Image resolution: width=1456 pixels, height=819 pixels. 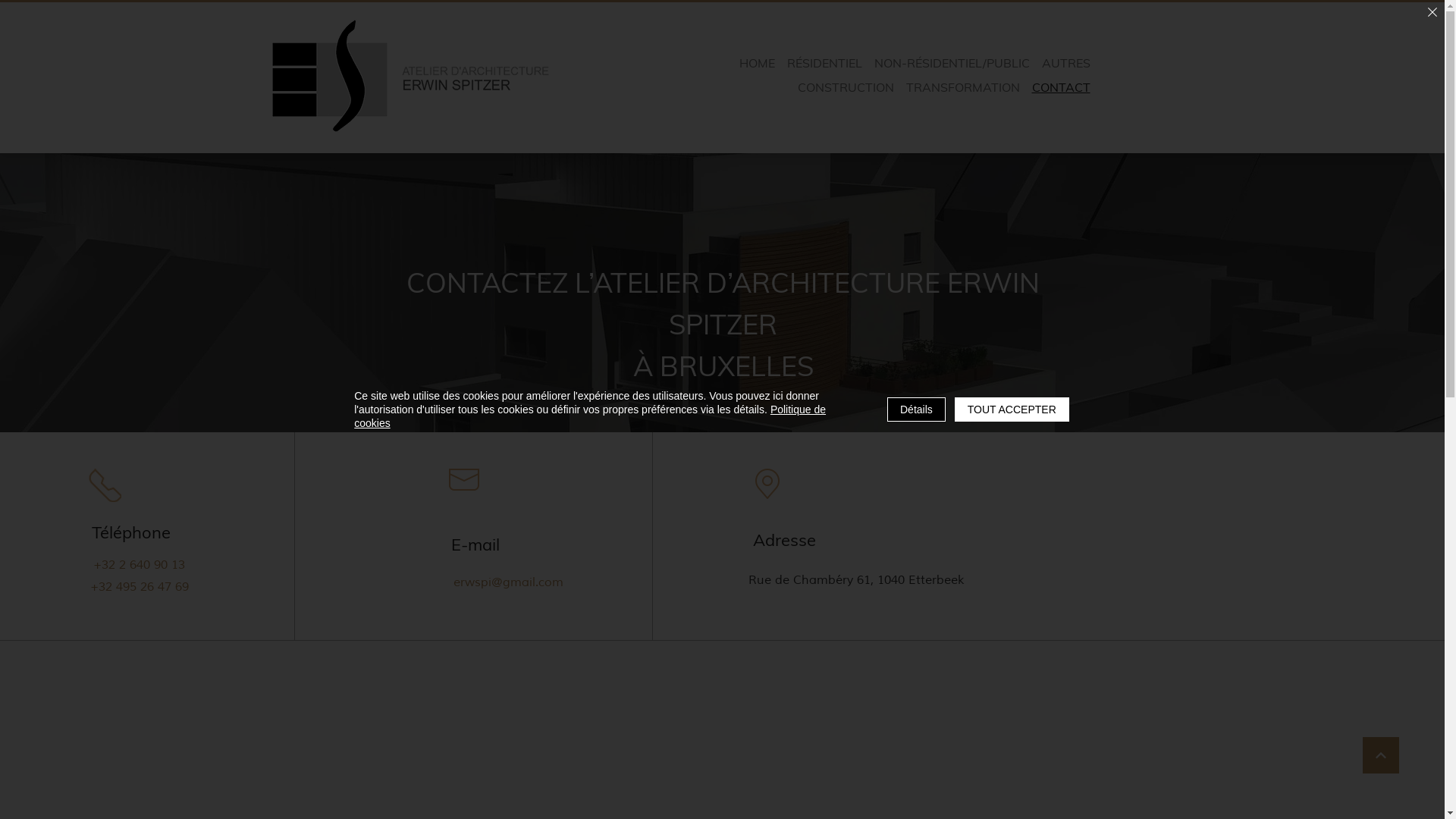 I want to click on 'Politique de cookies', so click(x=588, y=416).